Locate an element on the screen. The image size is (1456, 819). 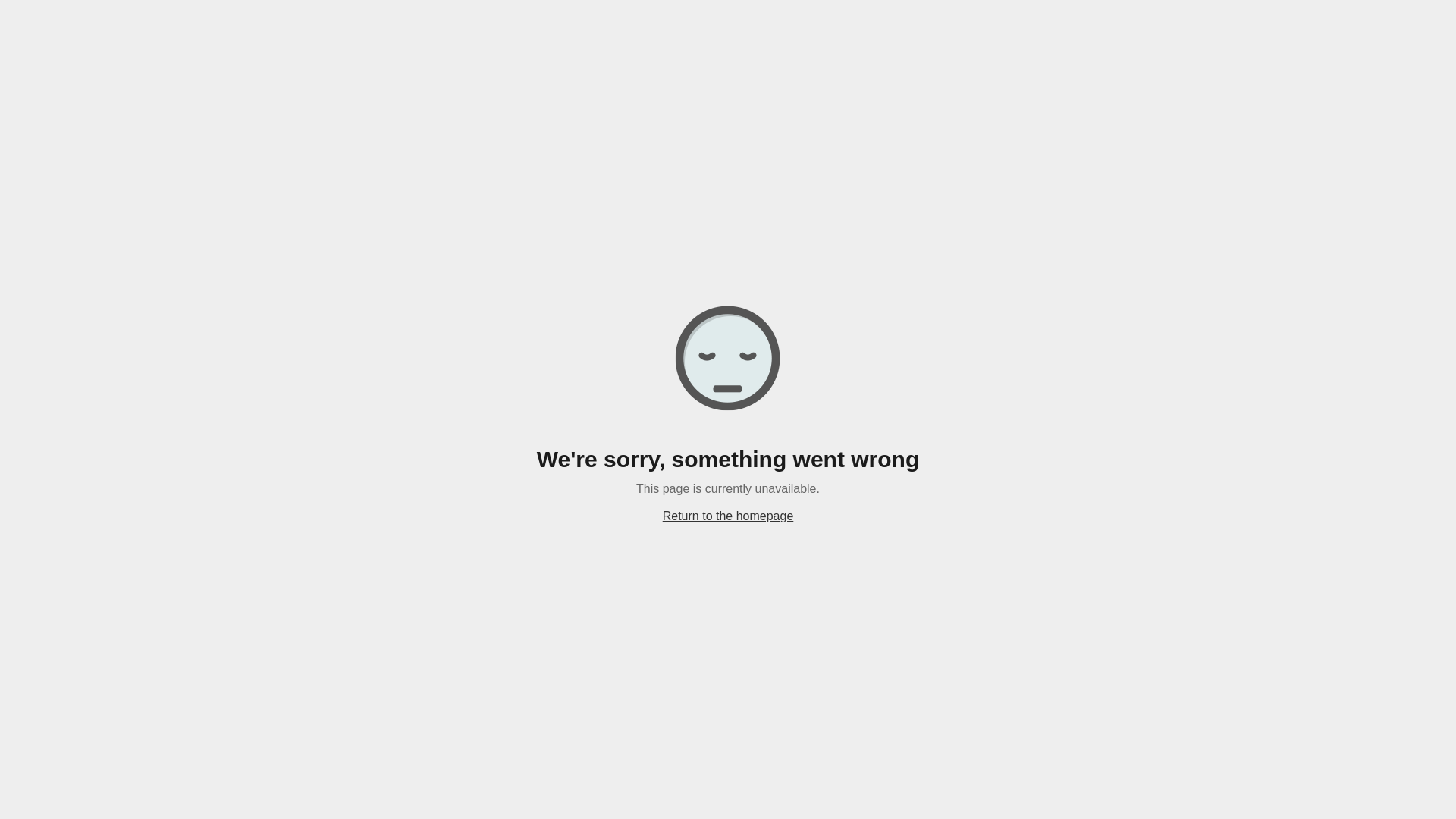
'Return to the homepage' is located at coordinates (728, 515).